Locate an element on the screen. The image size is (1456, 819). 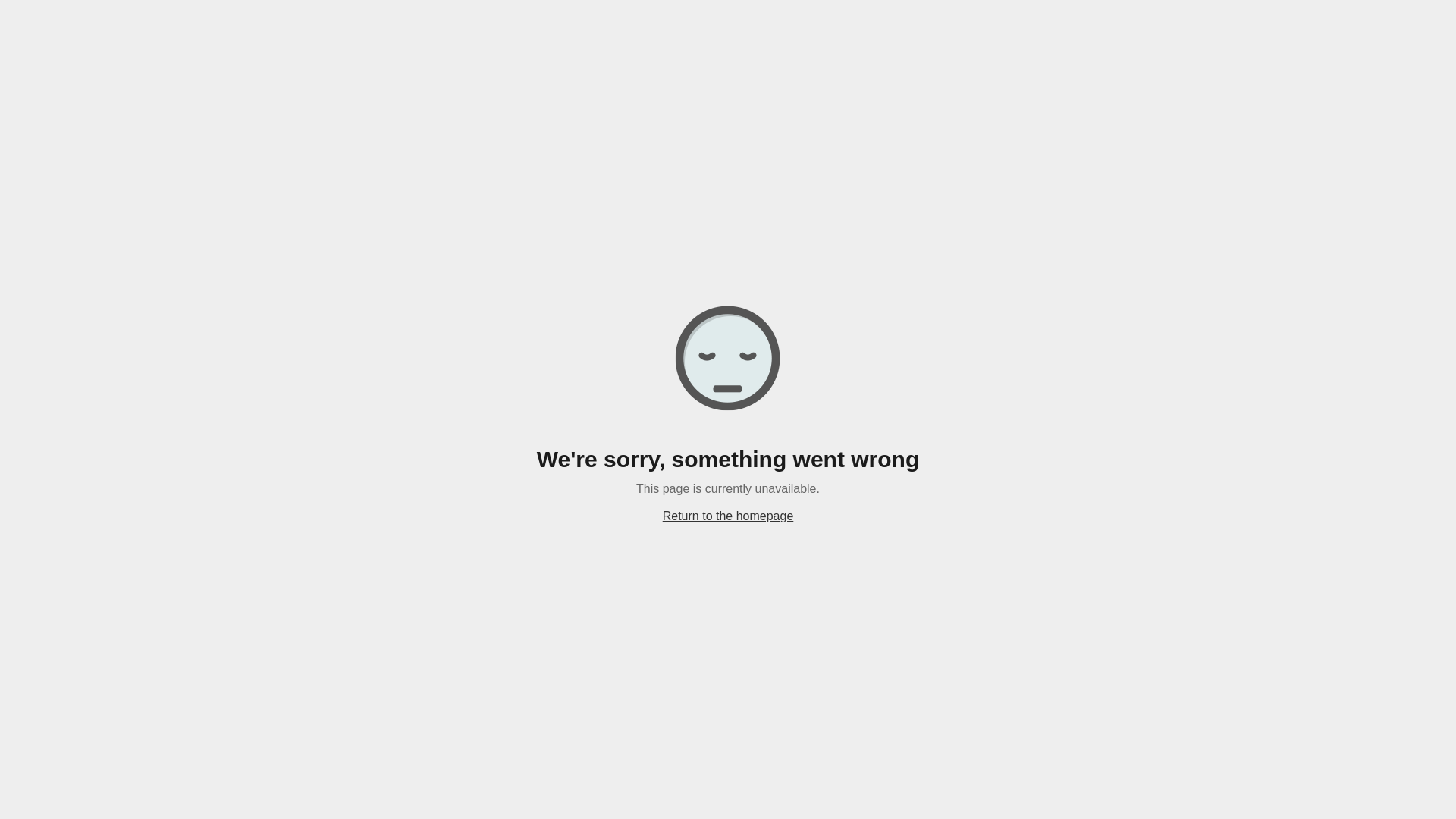
'Return to the homepage' is located at coordinates (728, 515).